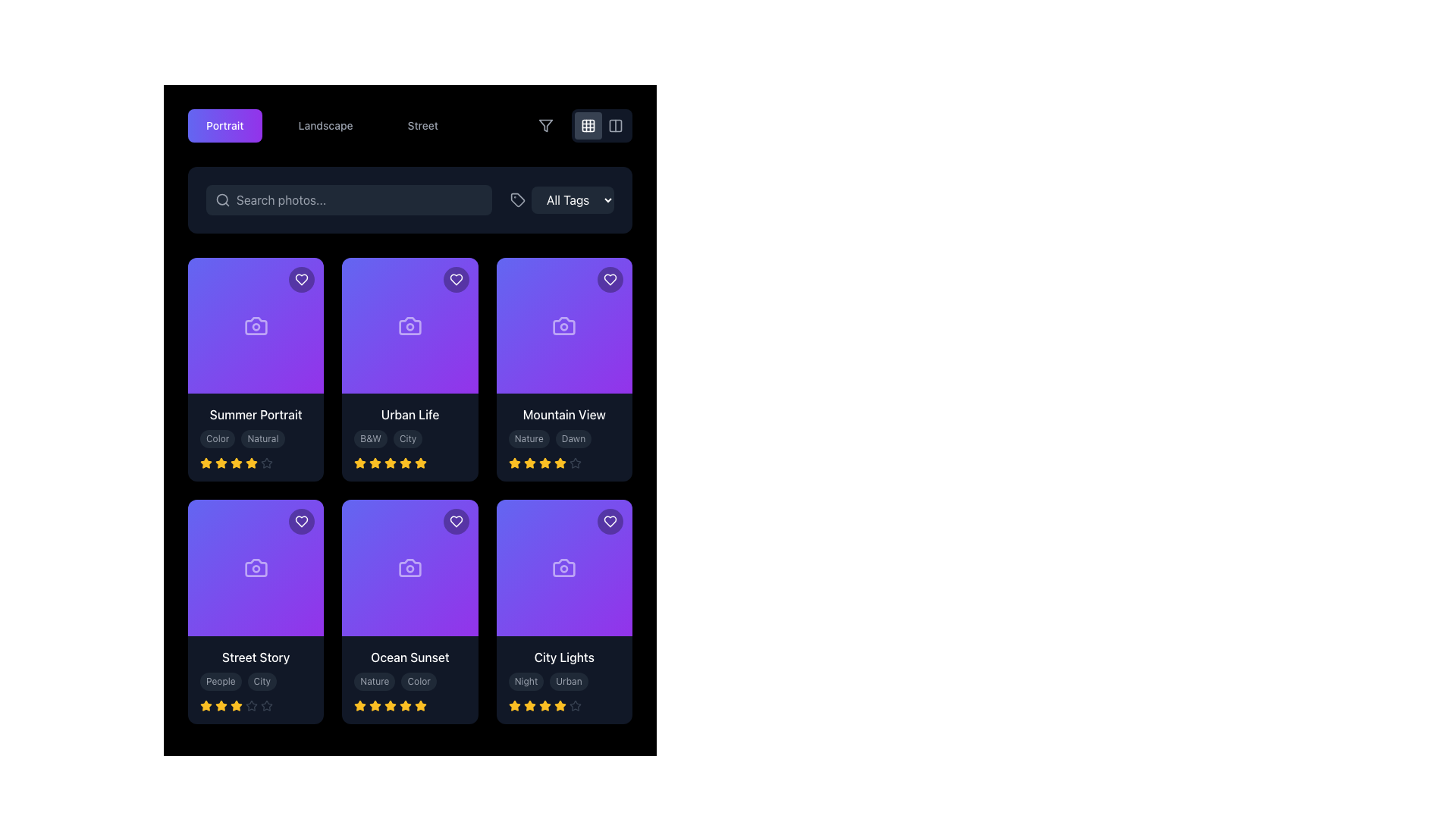  Describe the element at coordinates (615, 124) in the screenshot. I see `the rectangular button with rounded corners, which has a gray outline and a dual-column icon` at that location.